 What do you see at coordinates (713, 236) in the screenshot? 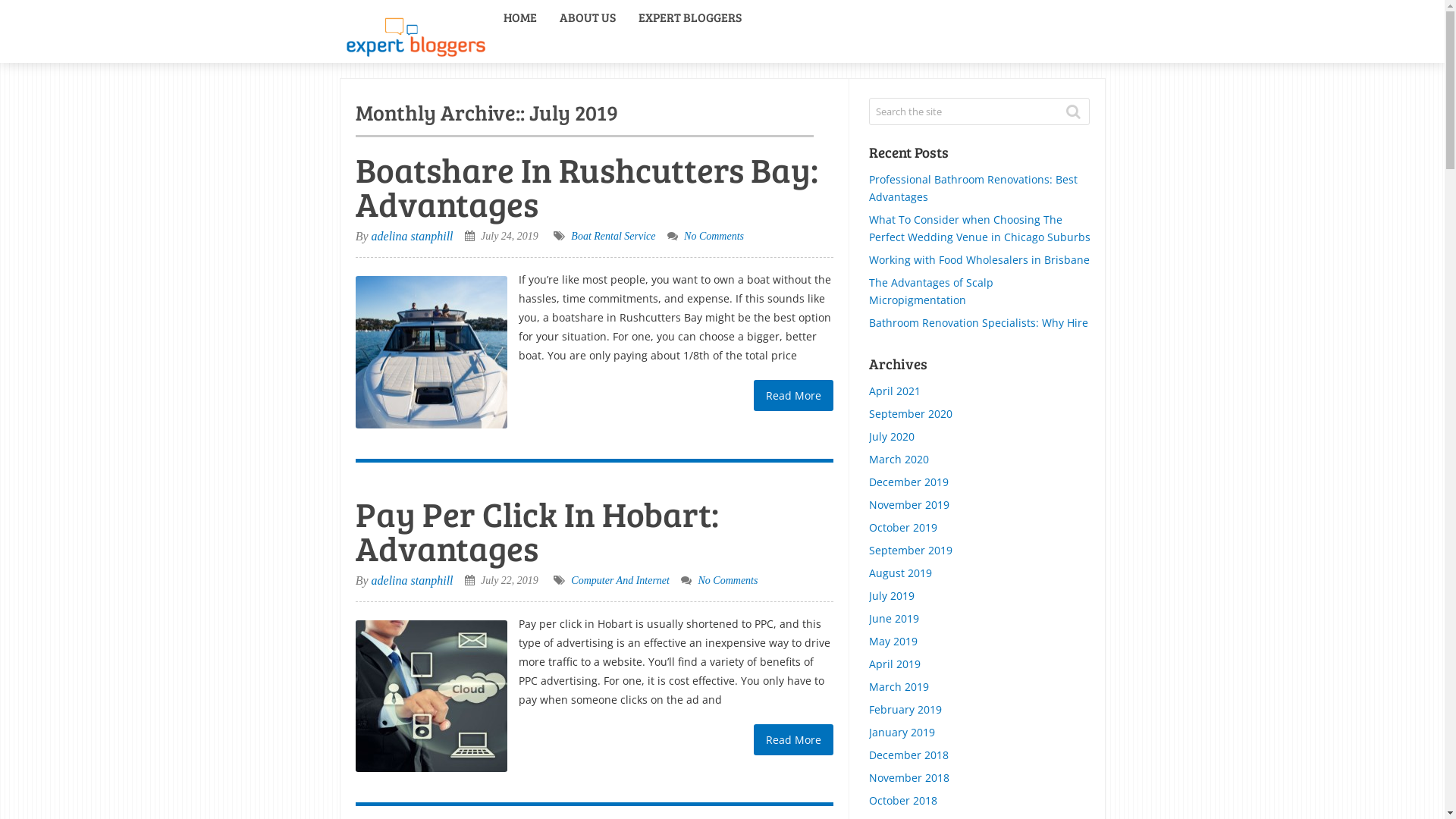
I see `'No Comments'` at bounding box center [713, 236].